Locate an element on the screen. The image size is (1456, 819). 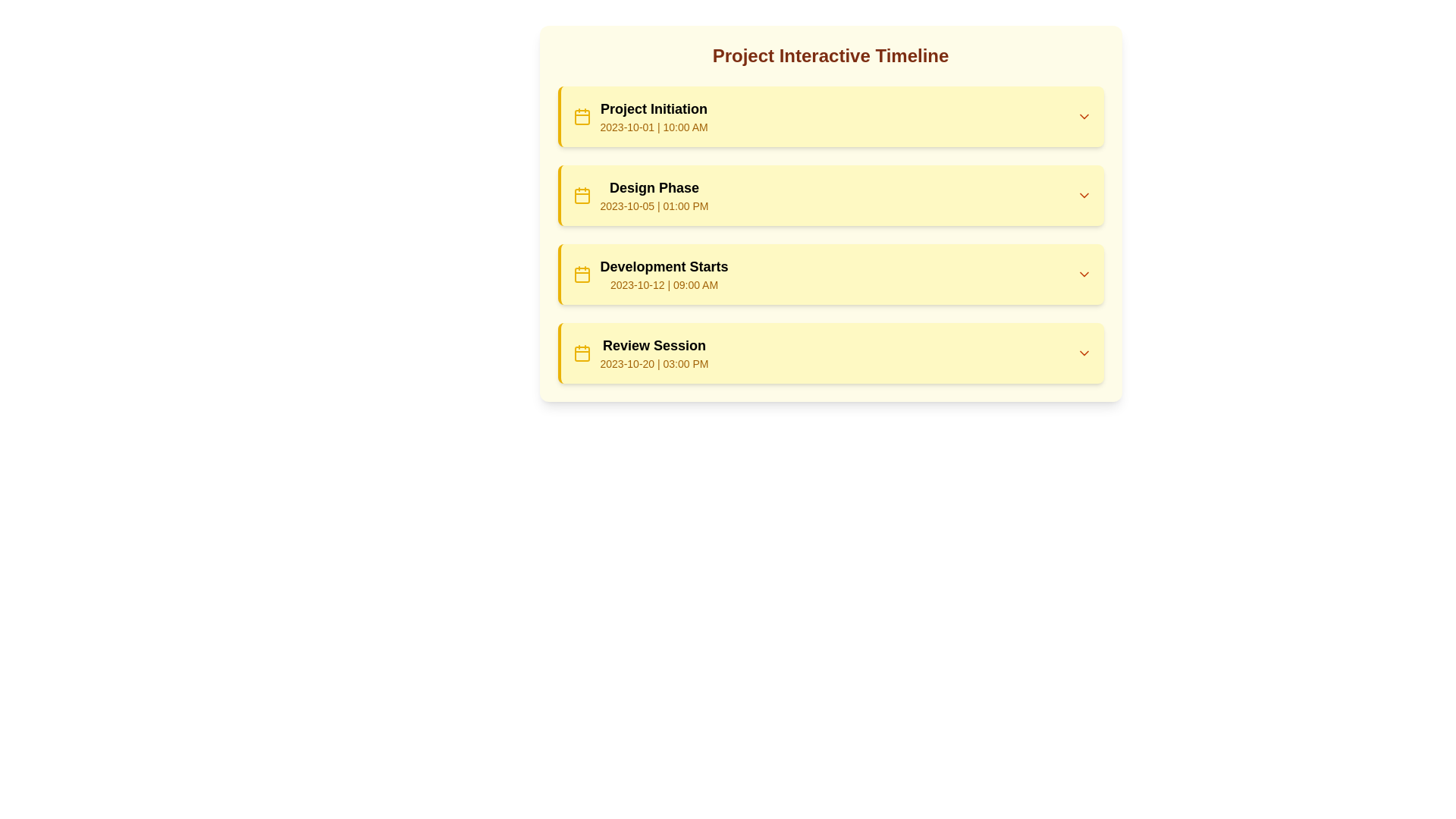
the calendar icon located in the second row of the interactive timeline list, preceding the text 'Design Phase' is located at coordinates (581, 195).